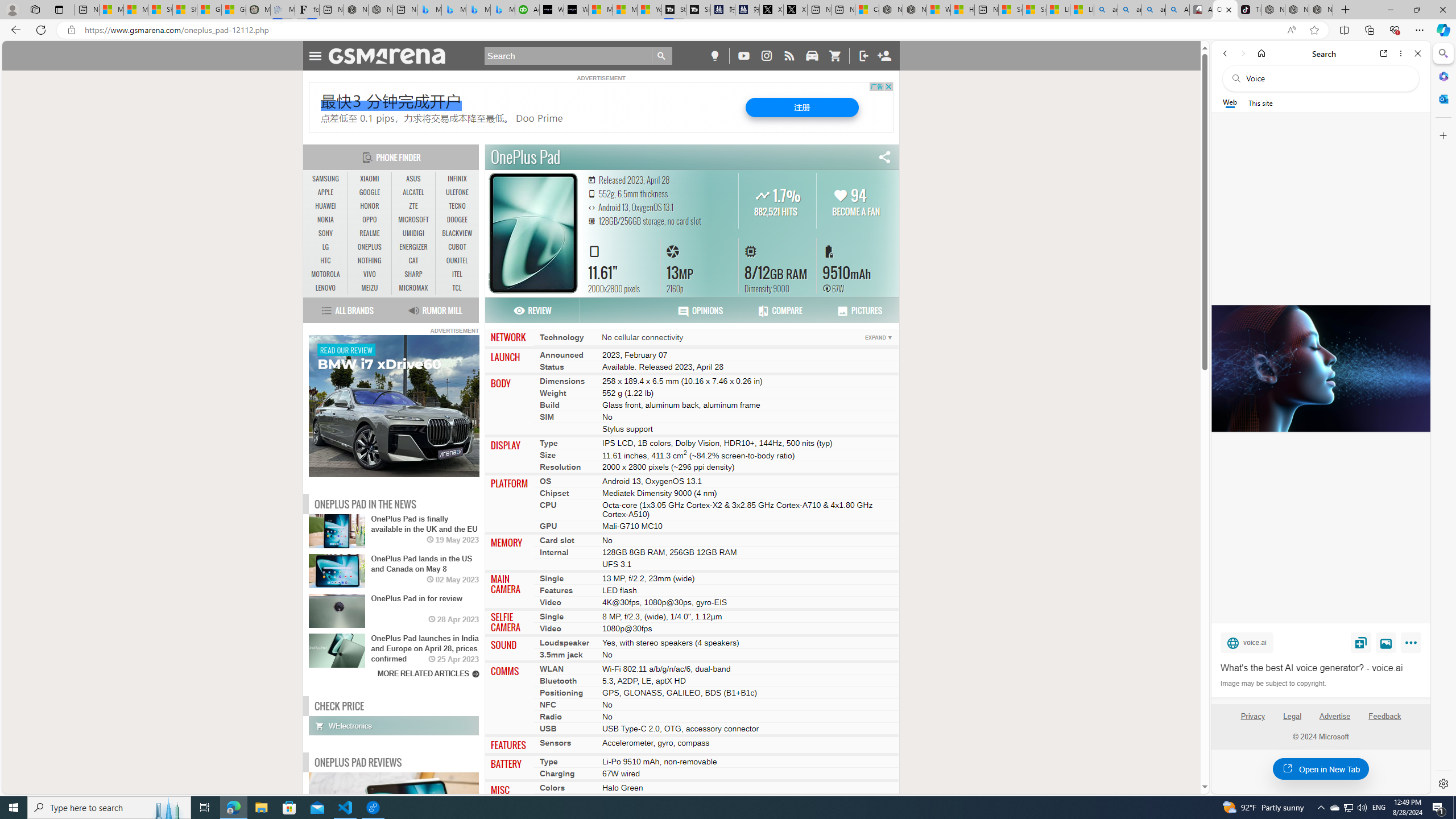 This screenshot has width=1456, height=819. I want to click on 'APPLE', so click(325, 192).